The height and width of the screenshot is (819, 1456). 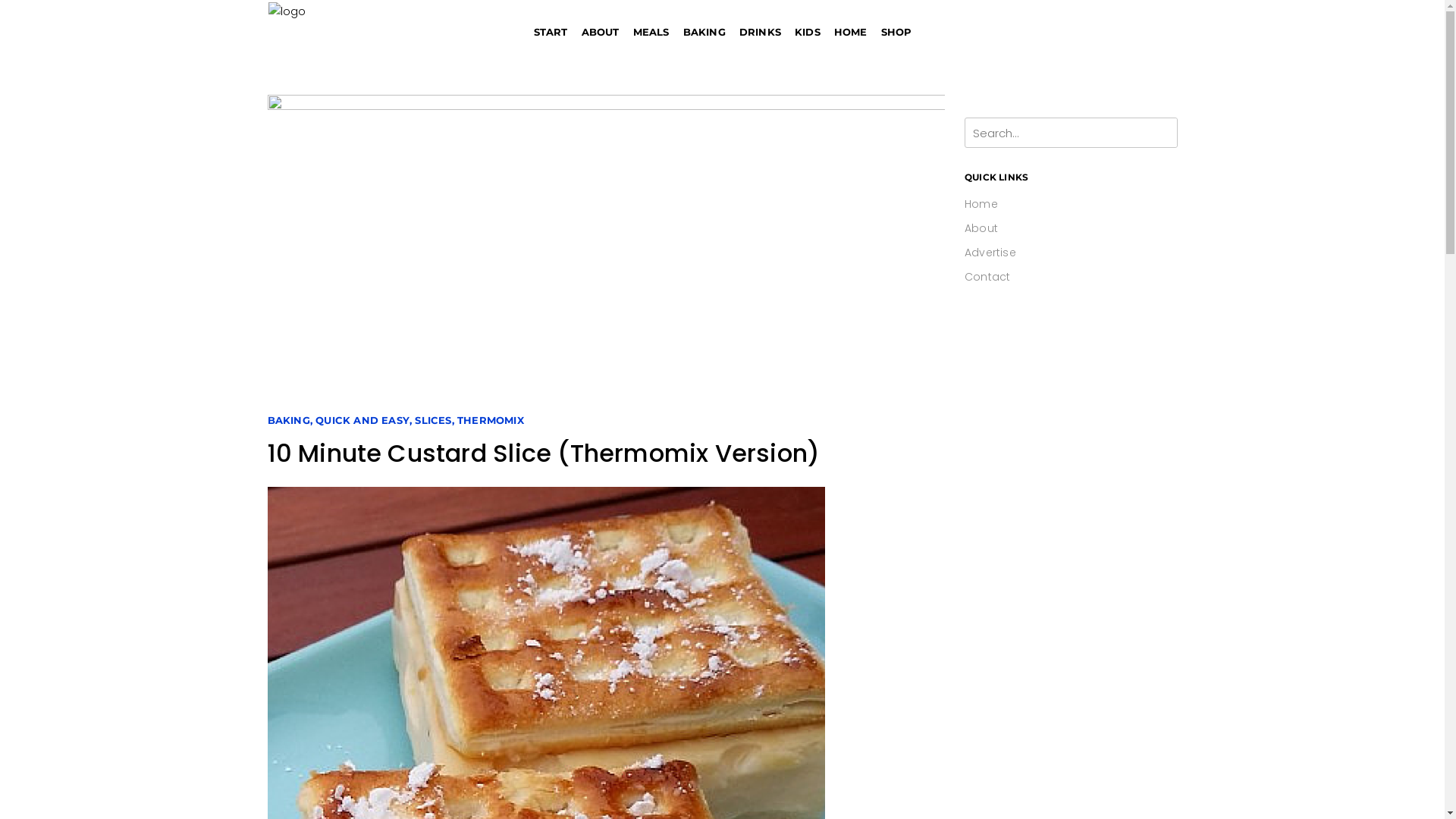 I want to click on 'THERMOMIX', so click(x=491, y=420).